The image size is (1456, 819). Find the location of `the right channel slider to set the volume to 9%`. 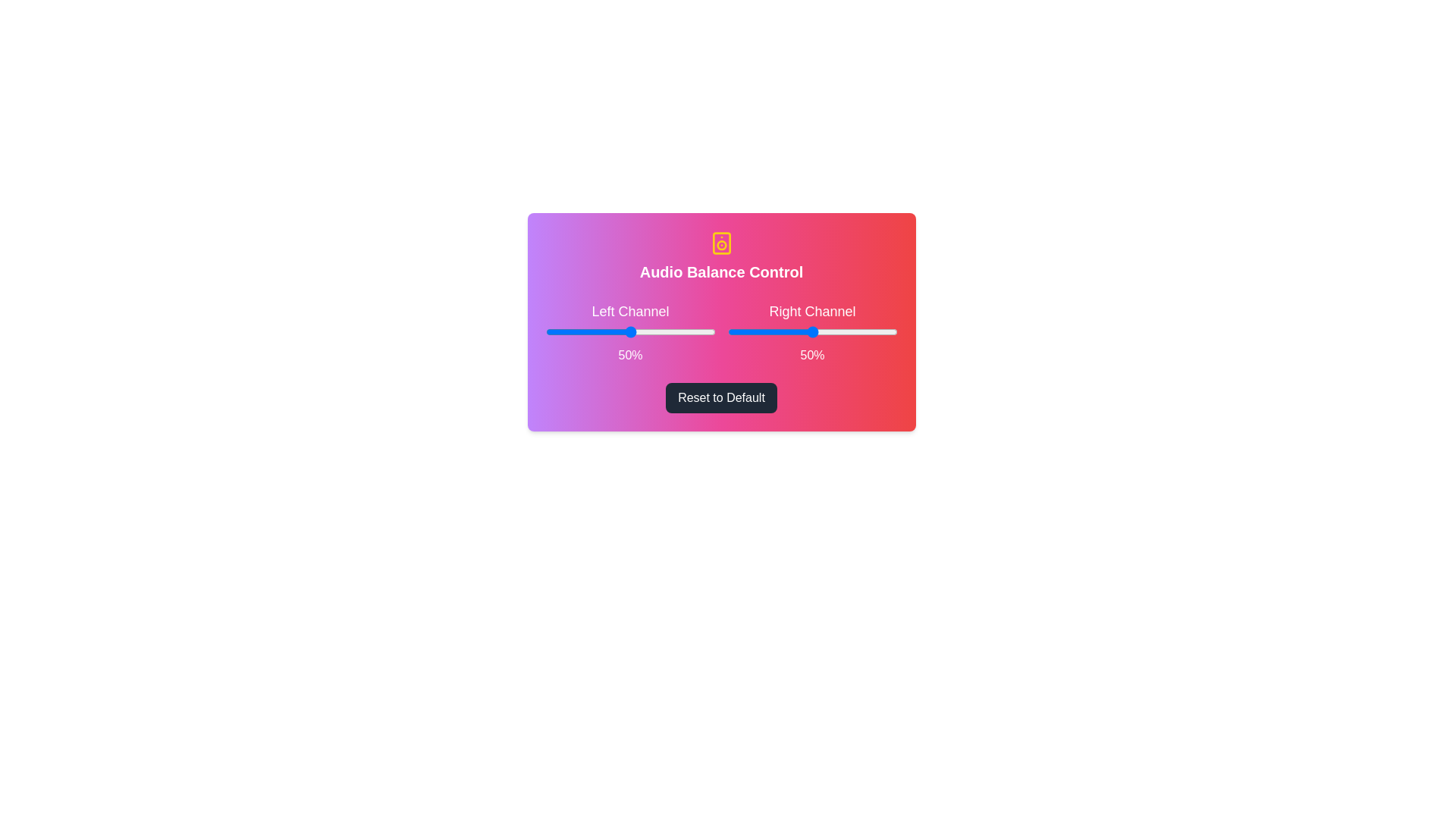

the right channel slider to set the volume to 9% is located at coordinates (742, 331).